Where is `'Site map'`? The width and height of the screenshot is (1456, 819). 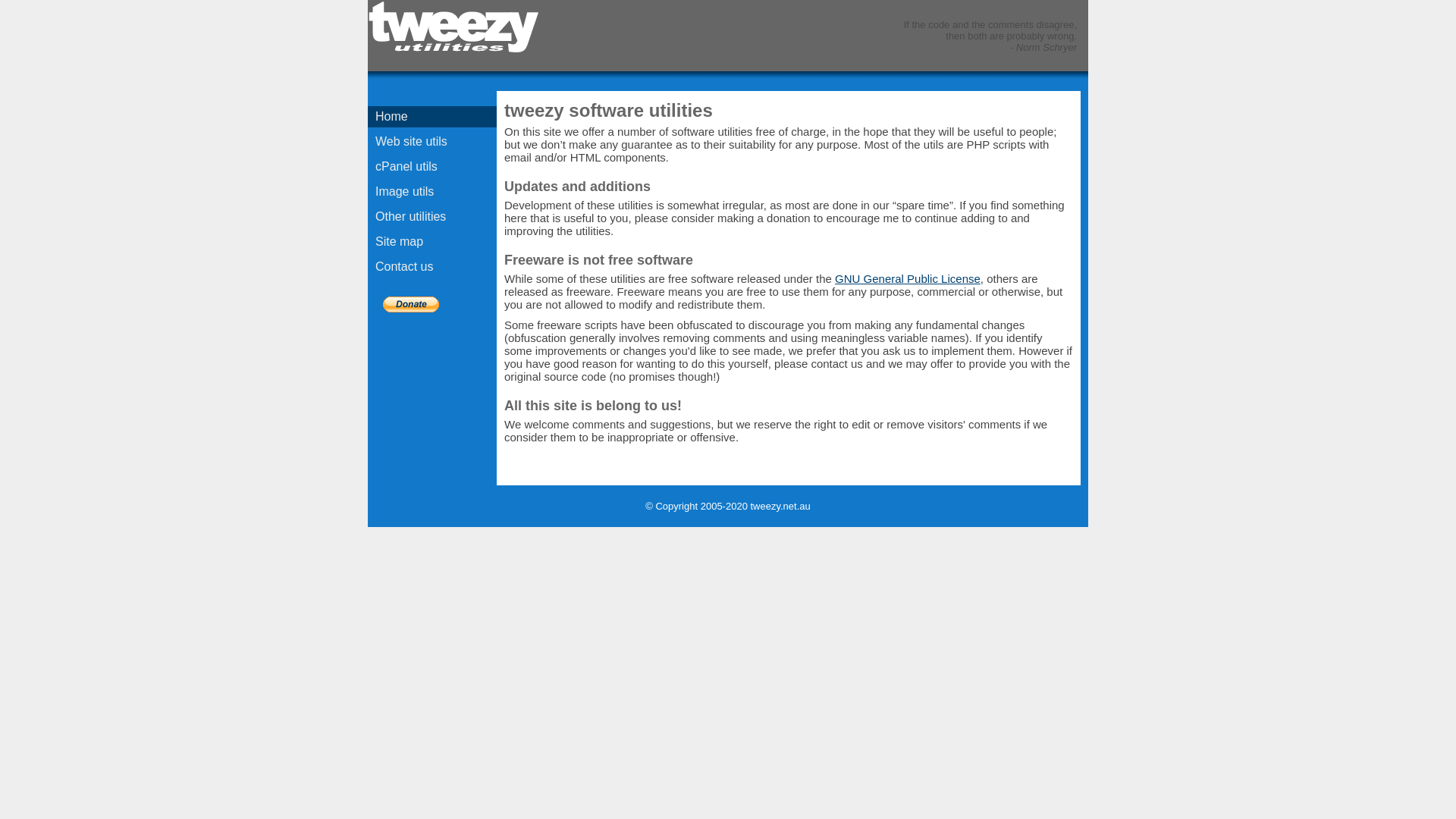
'Site map' is located at coordinates (431, 241).